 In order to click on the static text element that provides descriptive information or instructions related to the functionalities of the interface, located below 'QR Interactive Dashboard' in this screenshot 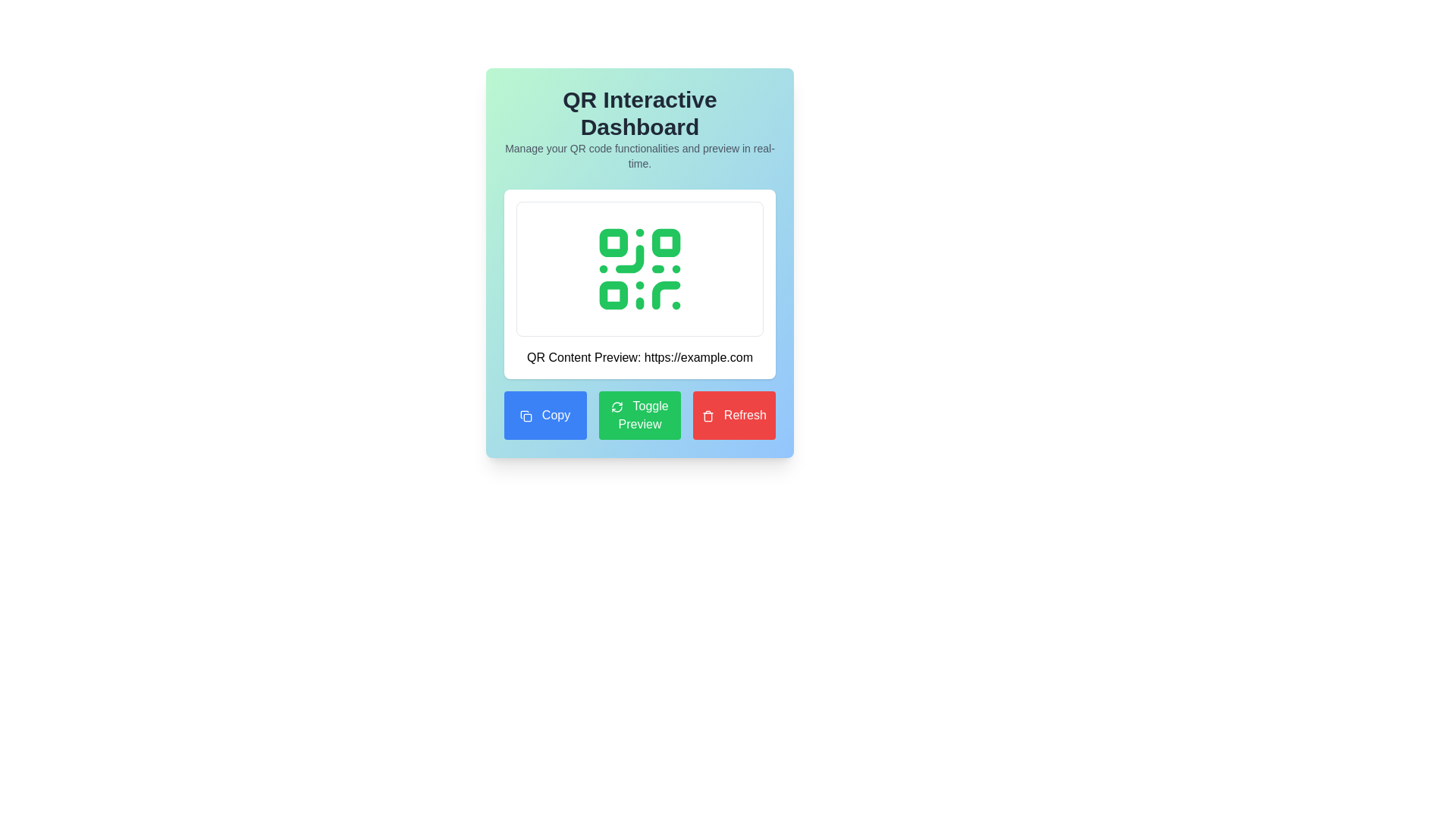, I will do `click(640, 155)`.